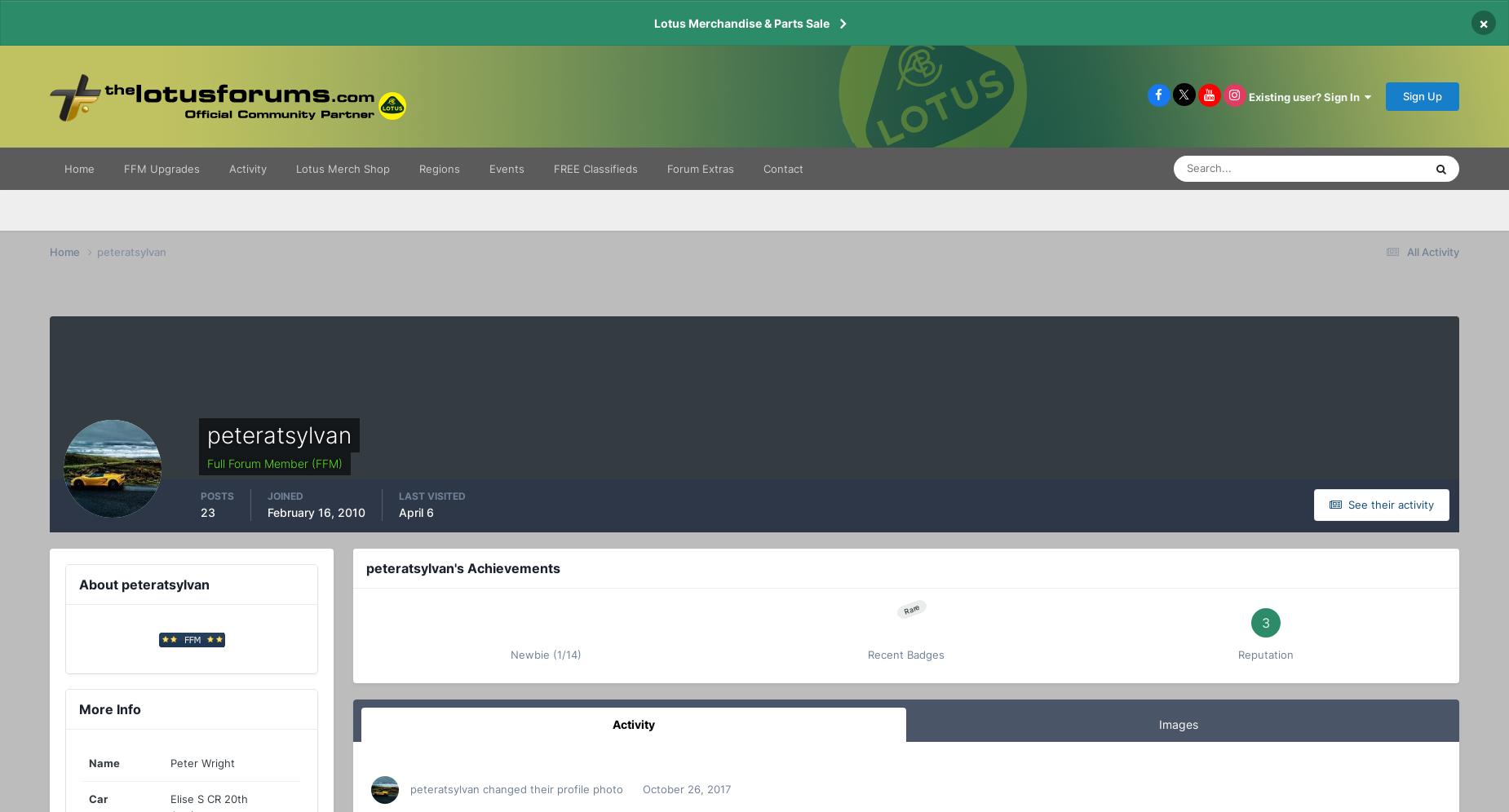  I want to click on '23', so click(206, 511).